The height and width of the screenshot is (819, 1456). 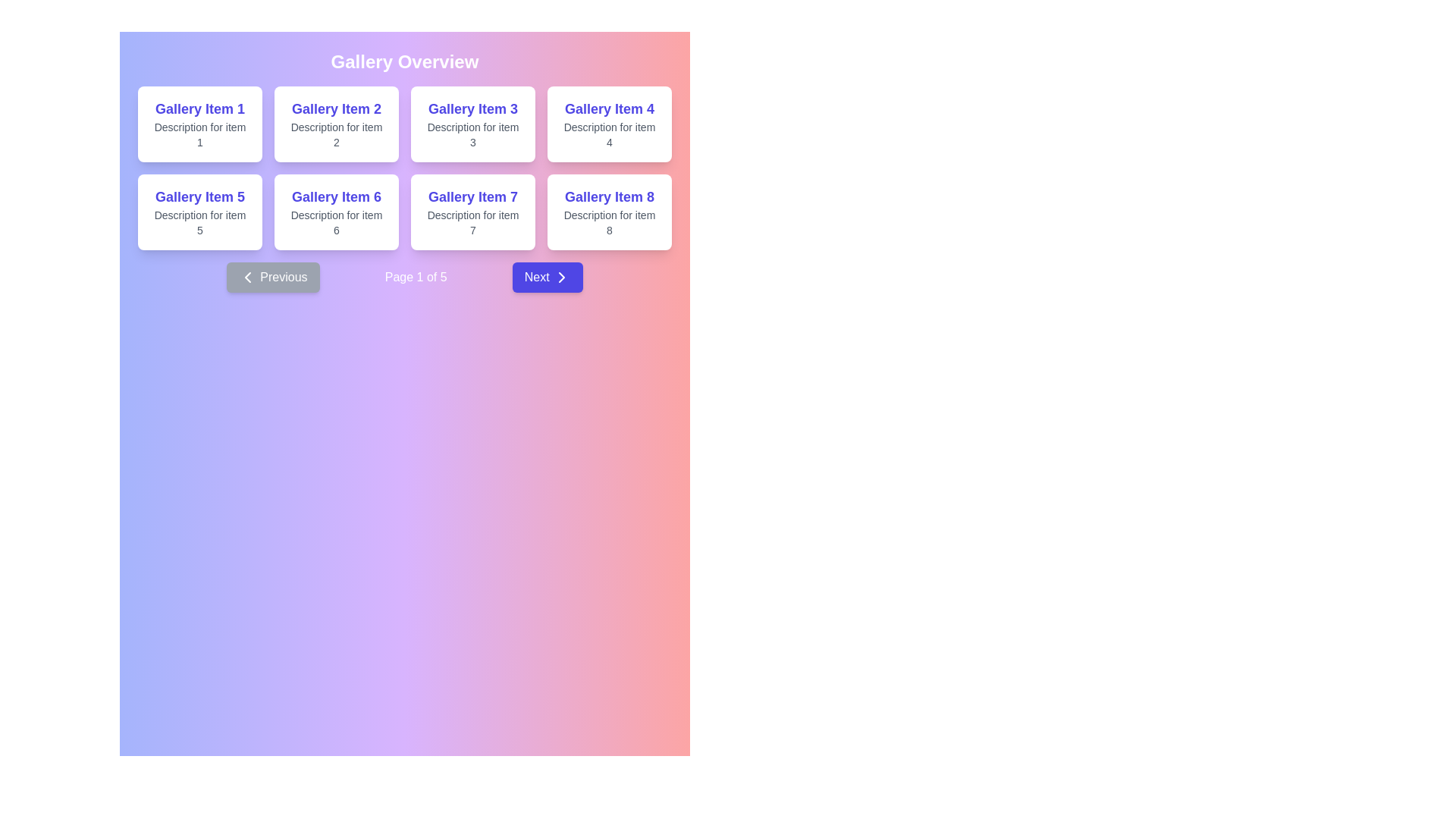 I want to click on text block located in the second row, first column of the gallery, specifically the second text line within the card labeled 'Gallery Item 5', so click(x=199, y=222).